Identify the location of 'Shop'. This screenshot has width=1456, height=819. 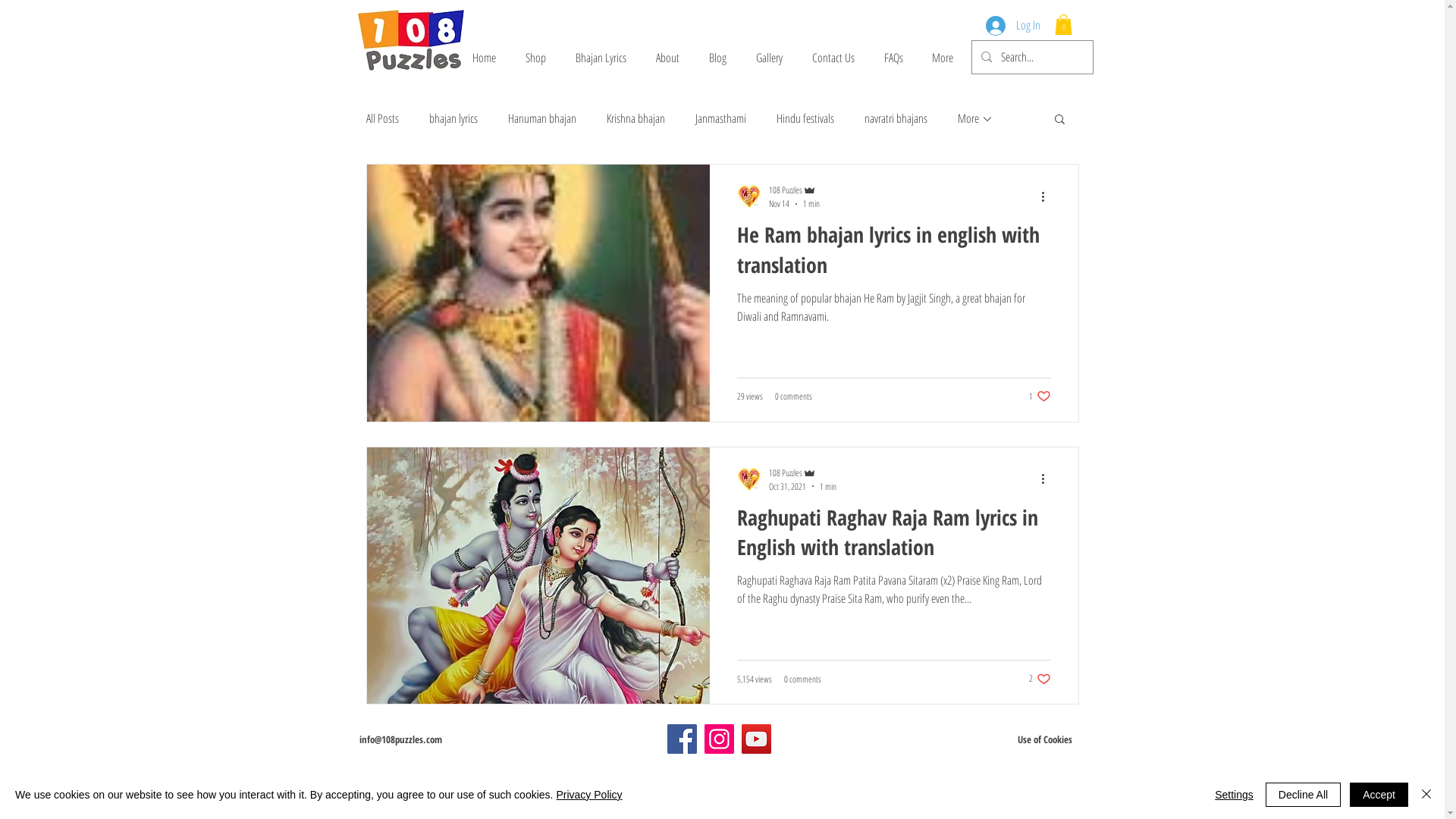
(535, 57).